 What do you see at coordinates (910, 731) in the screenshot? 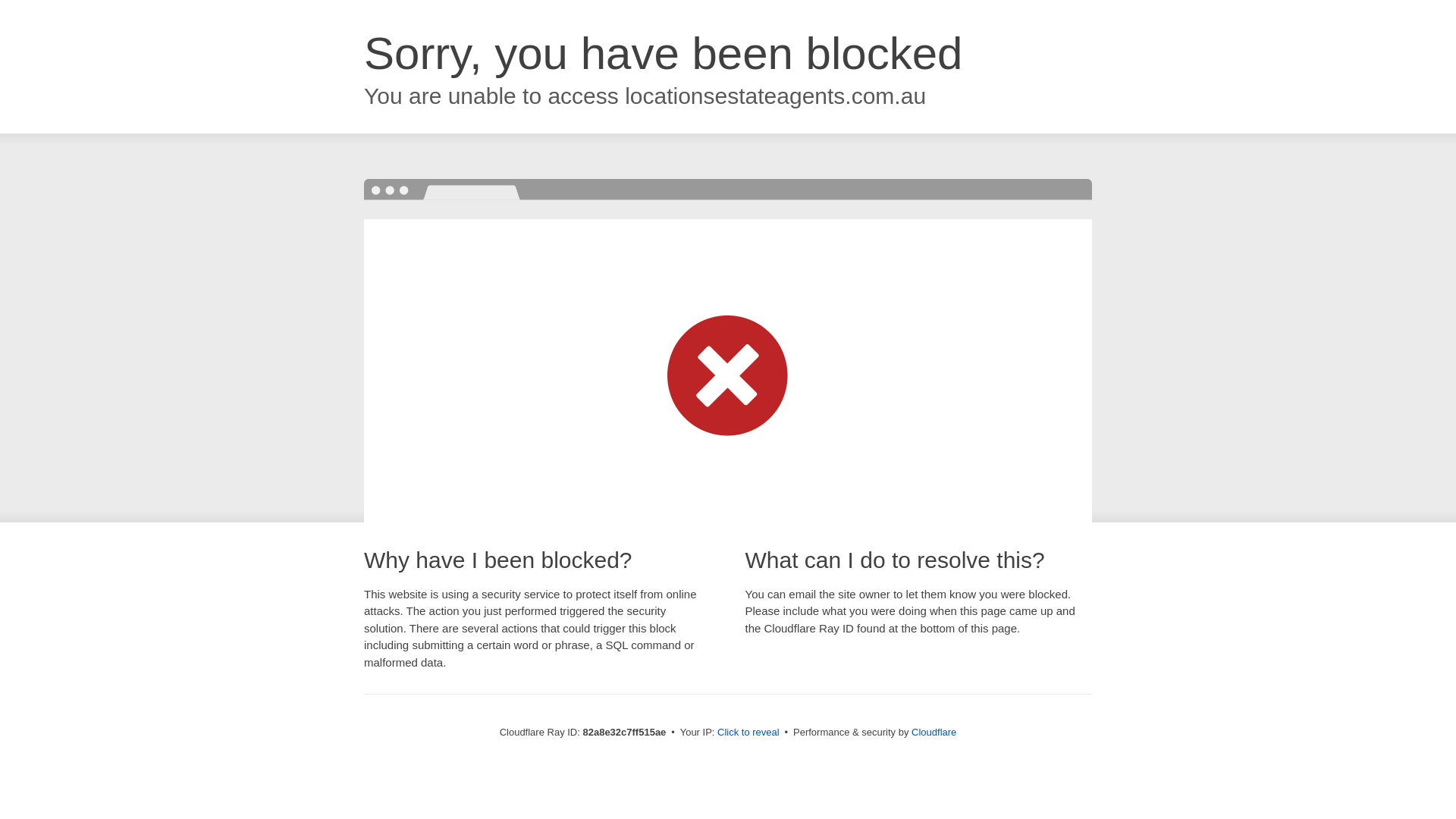
I see `'Cloudflare'` at bounding box center [910, 731].